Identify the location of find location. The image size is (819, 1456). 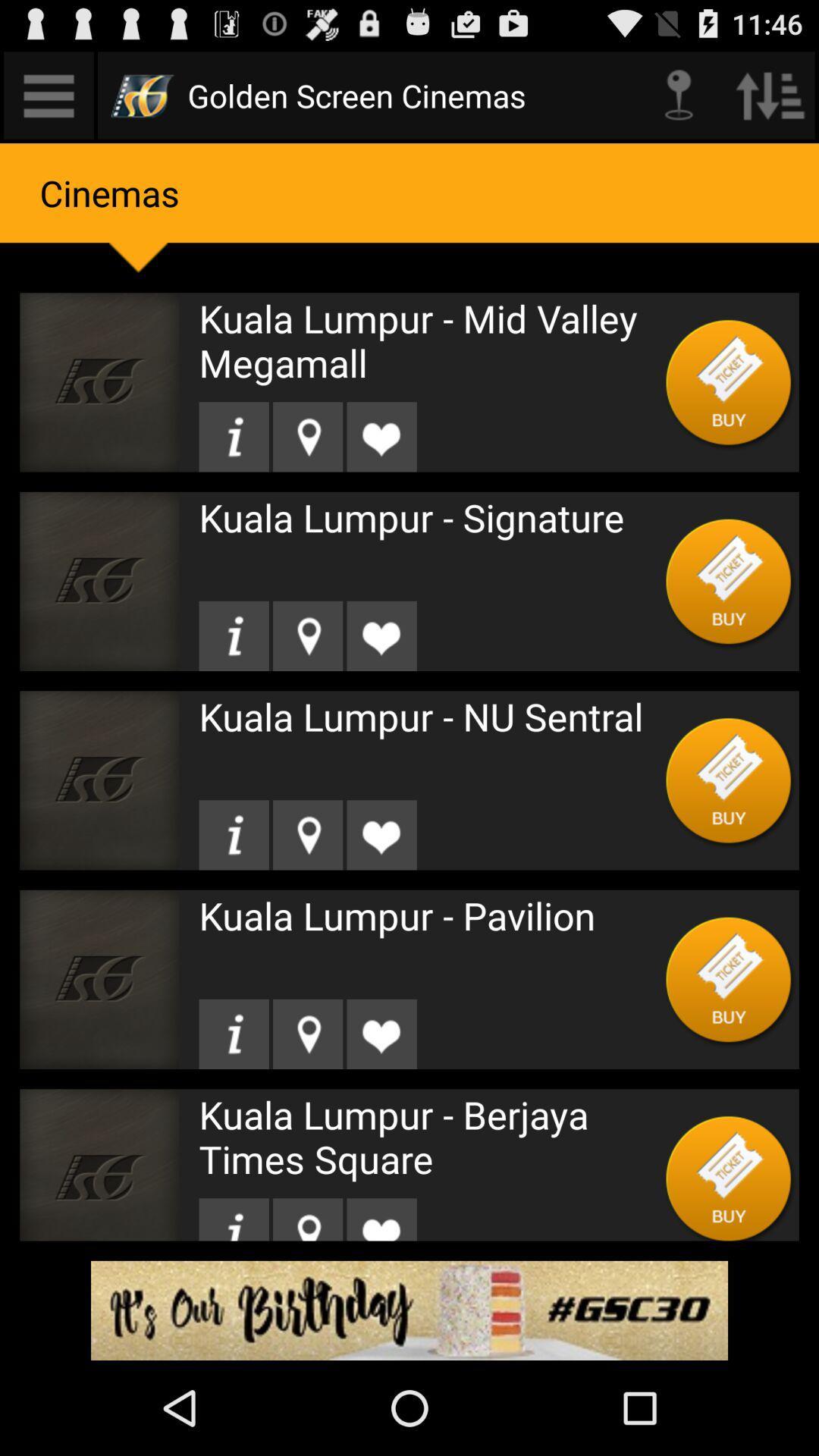
(307, 635).